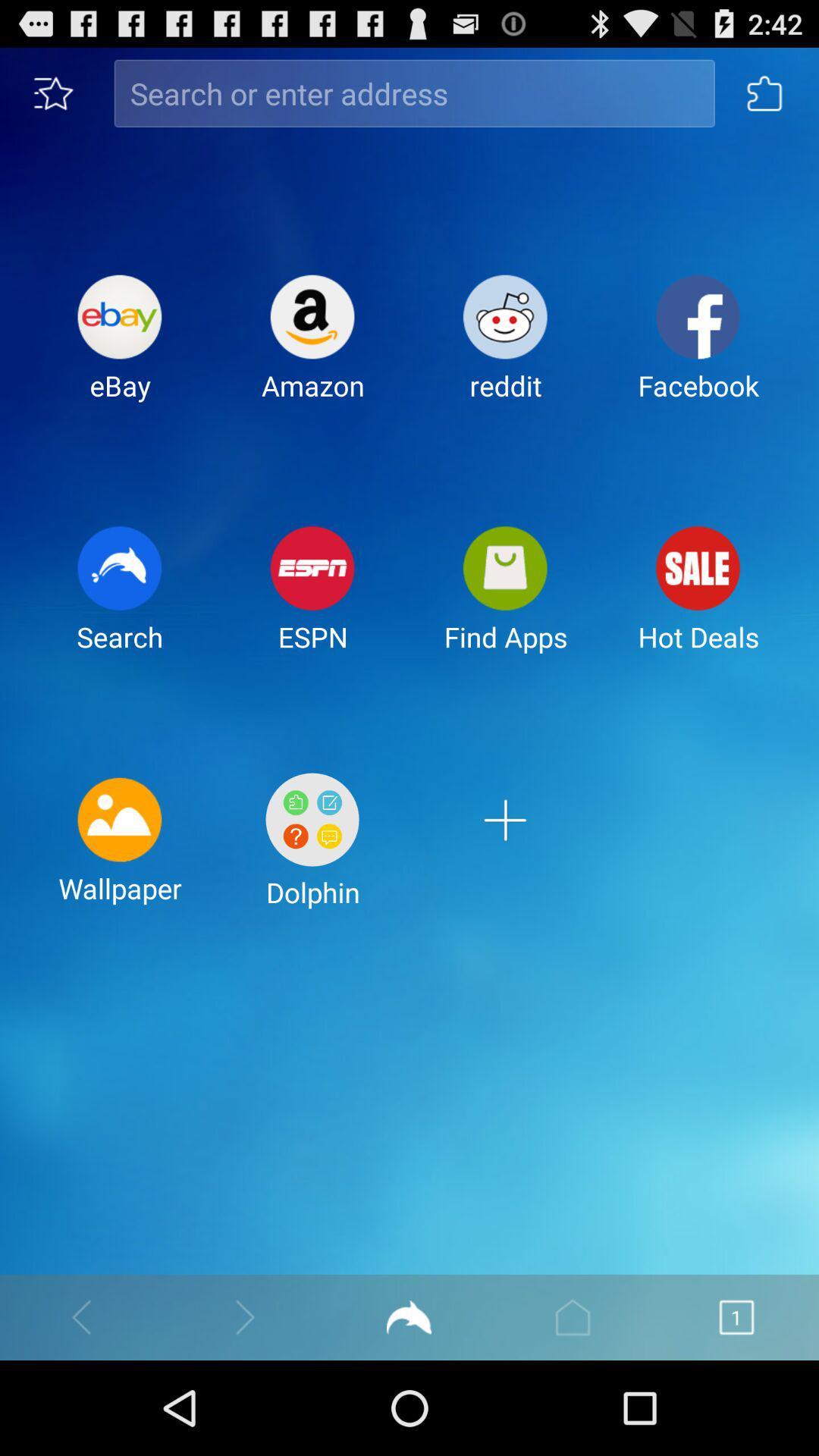 The width and height of the screenshot is (819, 1456). Describe the element at coordinates (119, 852) in the screenshot. I see `the icon next to the dolphin icon` at that location.